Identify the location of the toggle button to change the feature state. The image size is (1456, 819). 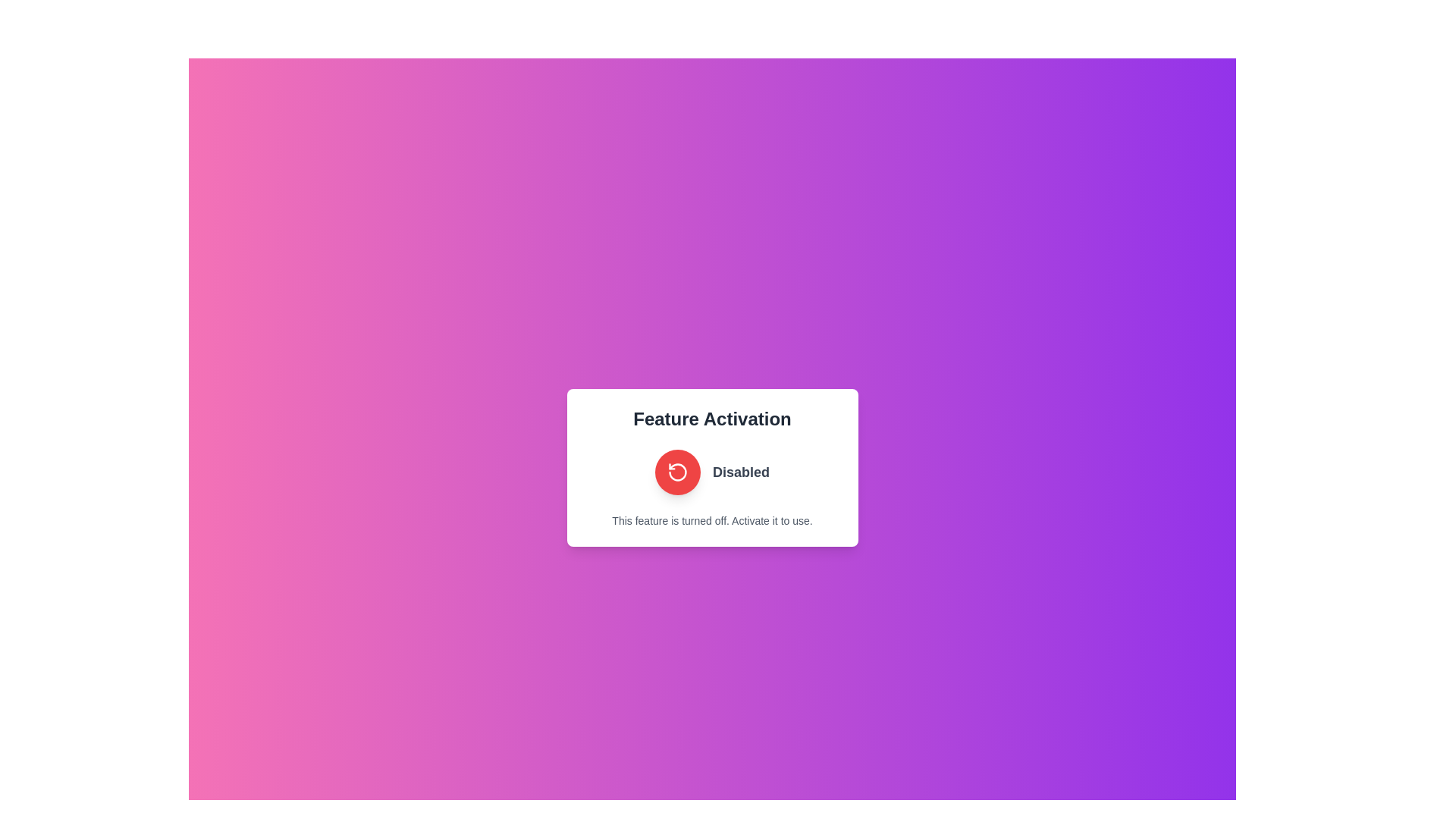
(676, 472).